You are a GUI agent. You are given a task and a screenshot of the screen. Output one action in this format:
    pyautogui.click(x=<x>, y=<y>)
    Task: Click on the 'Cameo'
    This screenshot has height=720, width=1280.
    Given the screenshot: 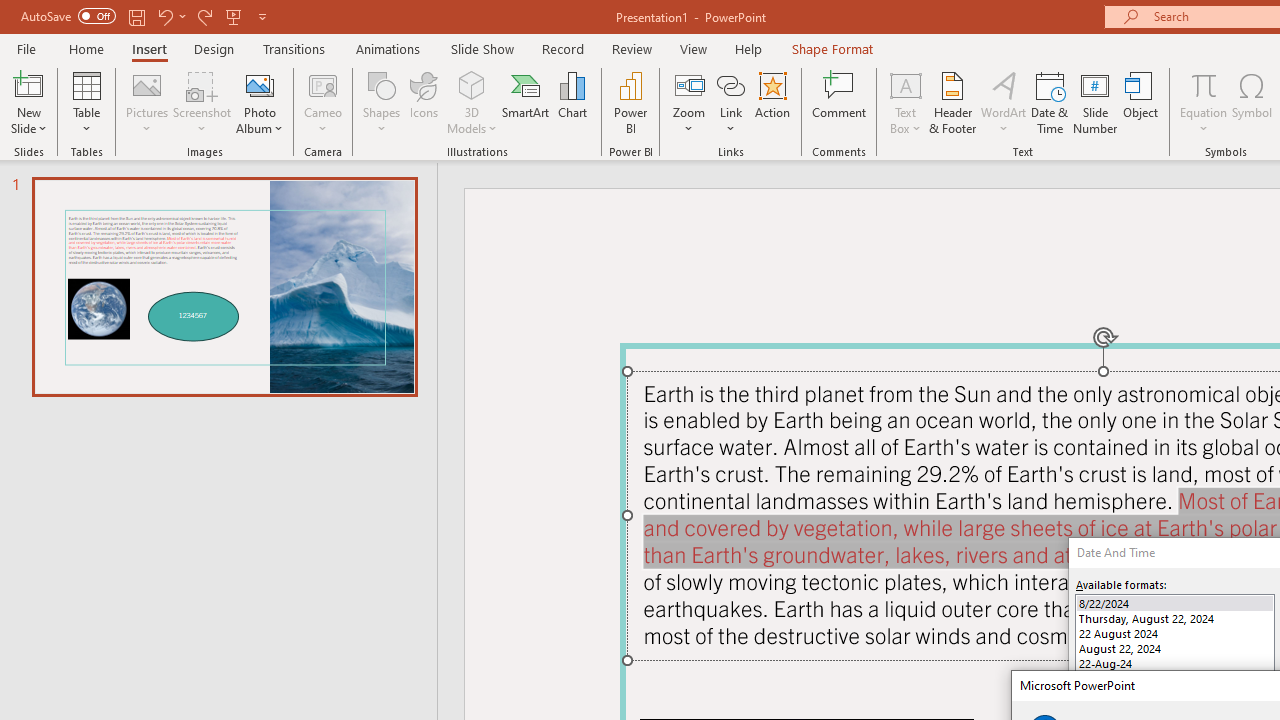 What is the action you would take?
    pyautogui.click(x=323, y=103)
    